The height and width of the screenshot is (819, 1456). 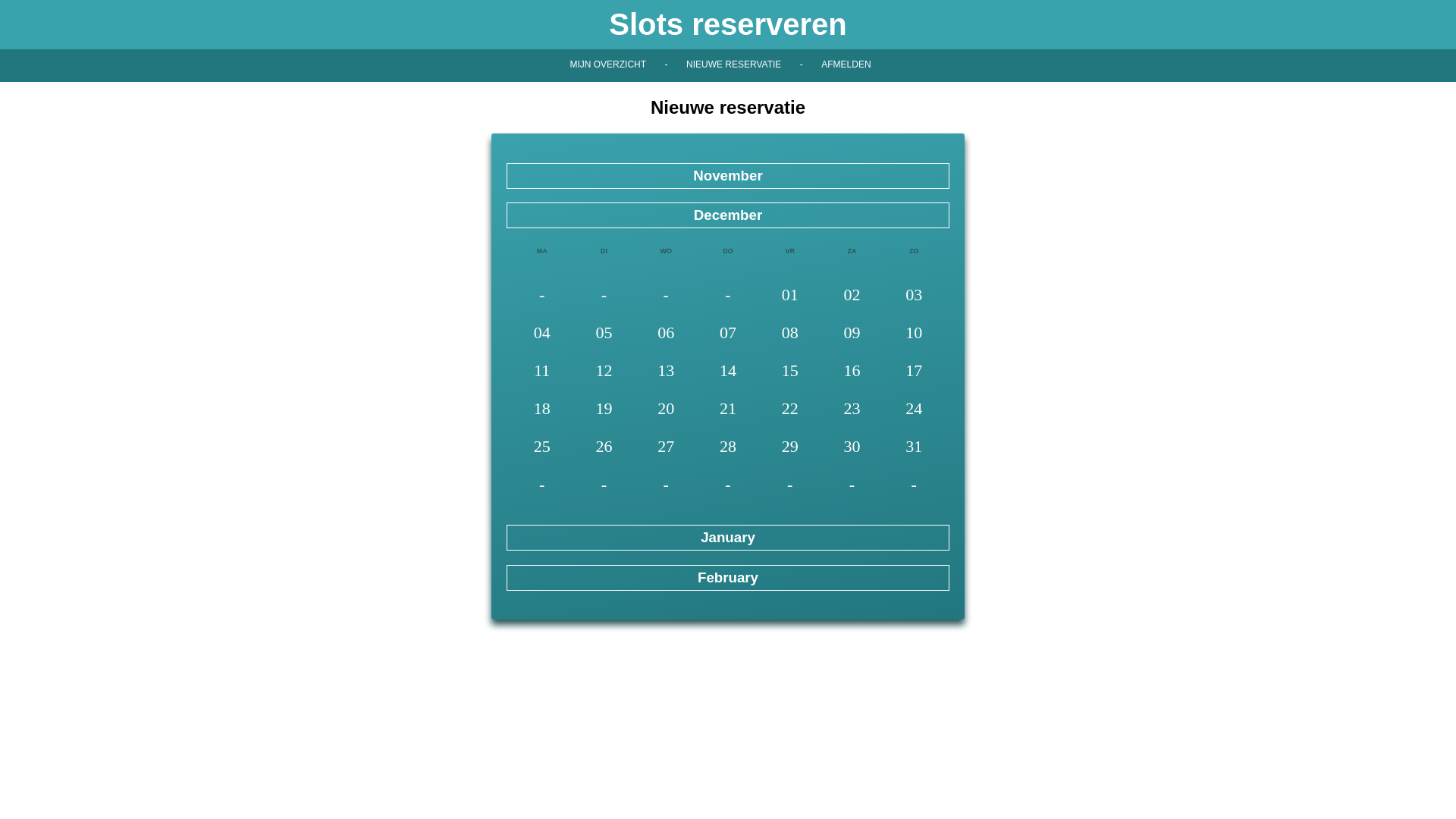 I want to click on '21', so click(x=695, y=409).